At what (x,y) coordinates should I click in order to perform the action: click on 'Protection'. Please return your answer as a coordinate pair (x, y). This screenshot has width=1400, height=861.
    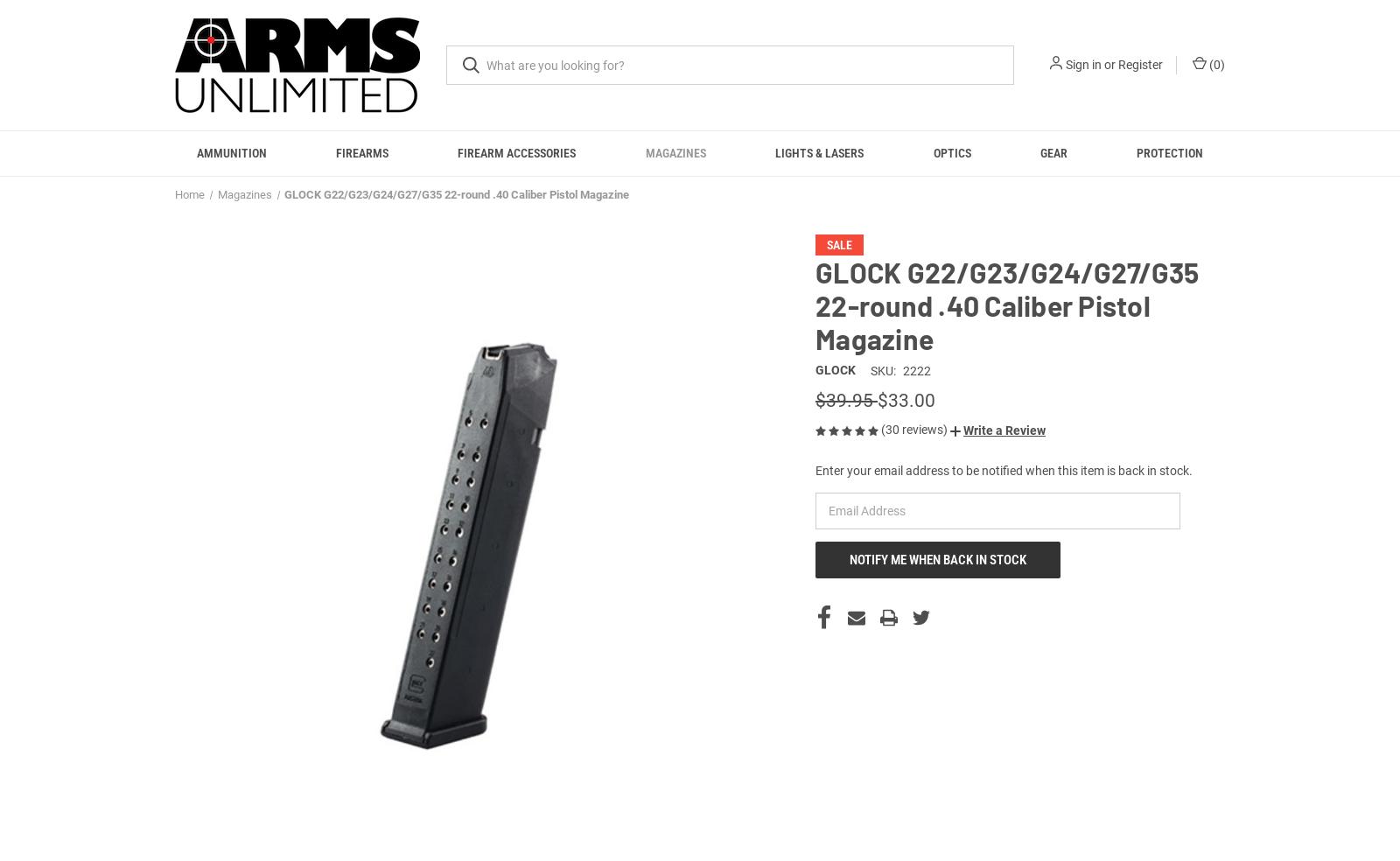
    Looking at the image, I should click on (1168, 152).